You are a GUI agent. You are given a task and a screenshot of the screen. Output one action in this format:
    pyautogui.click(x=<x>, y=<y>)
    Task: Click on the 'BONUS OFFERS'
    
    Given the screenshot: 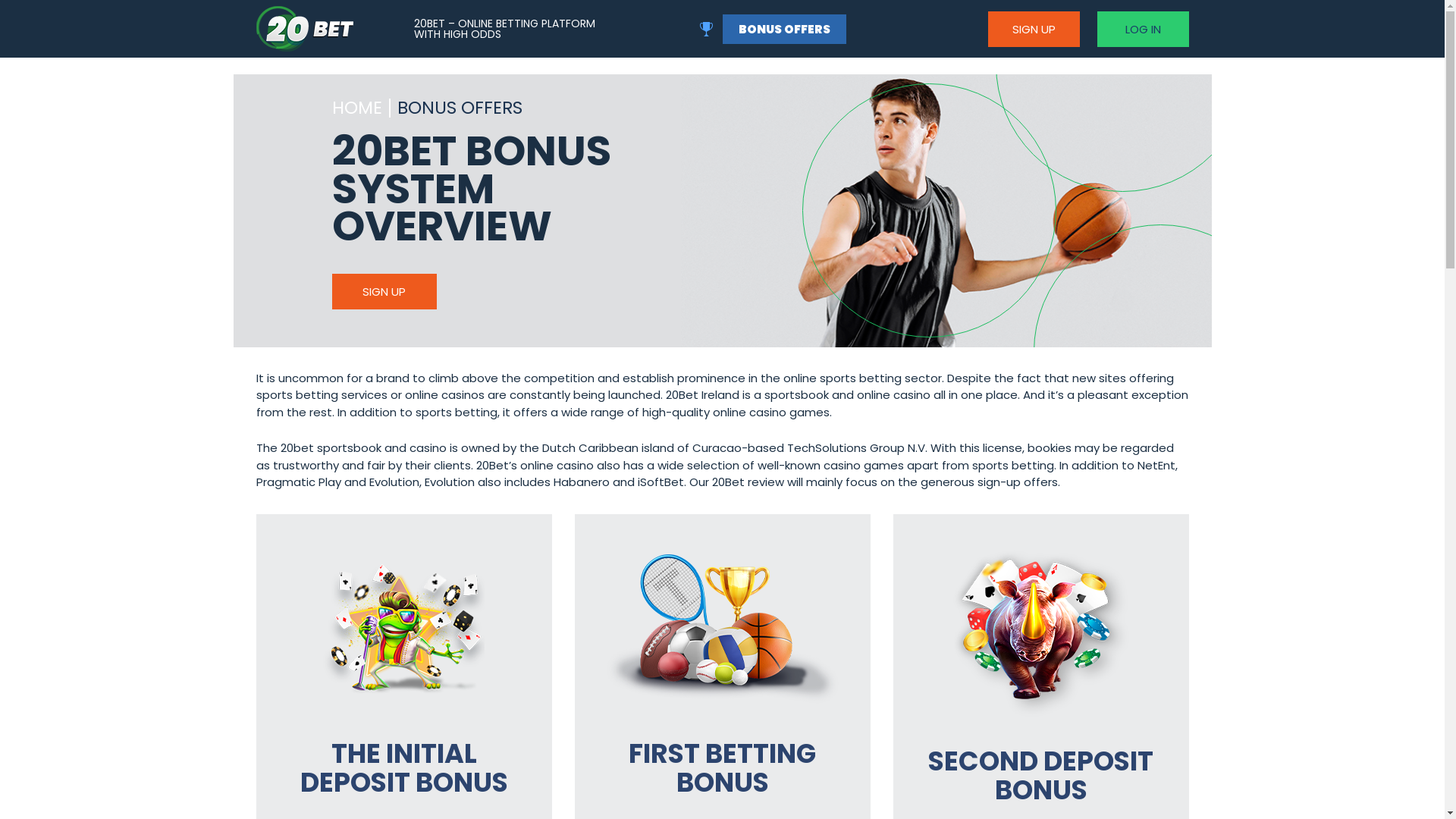 What is the action you would take?
    pyautogui.click(x=783, y=28)
    